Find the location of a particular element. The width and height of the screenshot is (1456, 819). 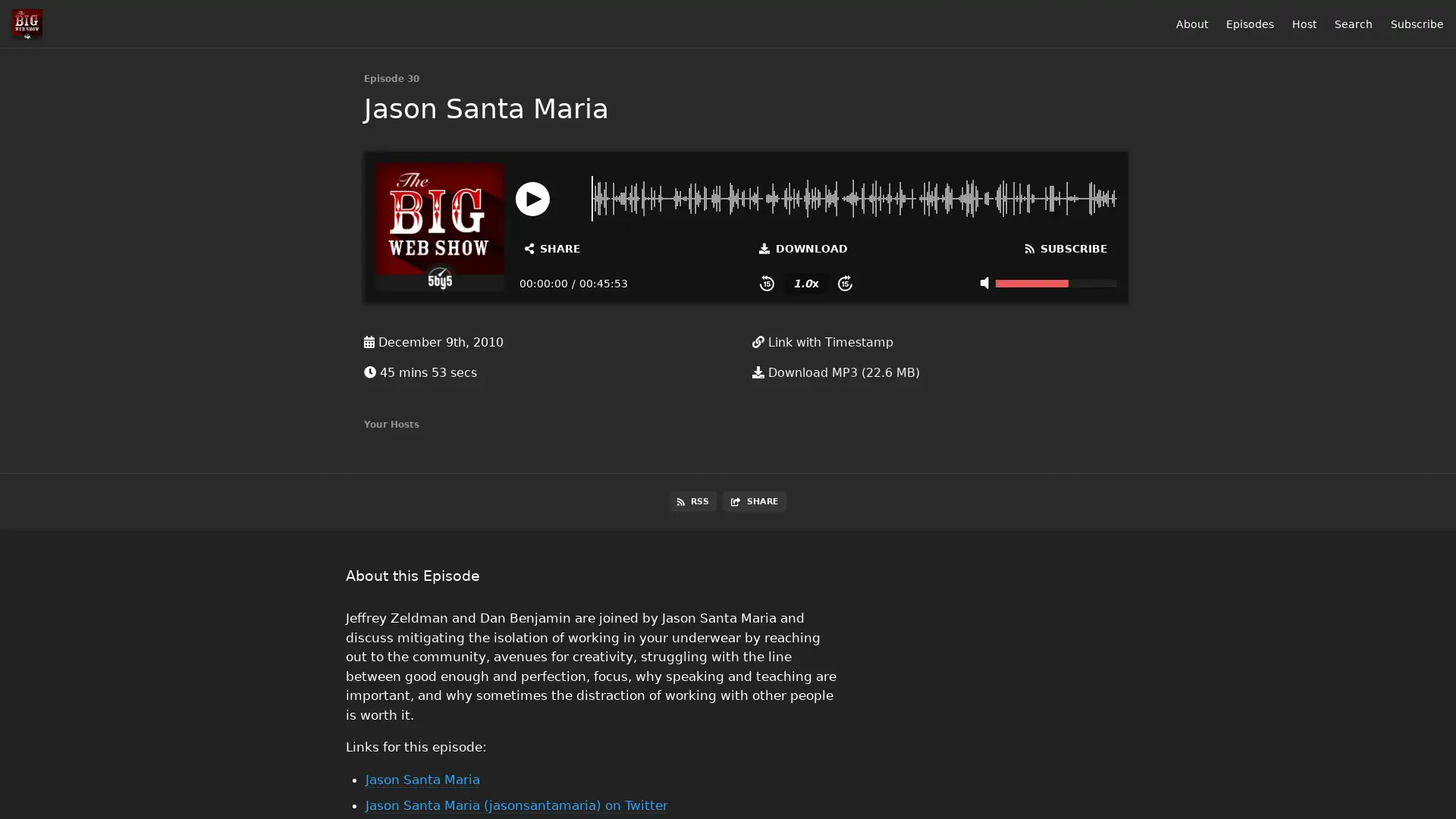

Play or Pause is located at coordinates (532, 197).